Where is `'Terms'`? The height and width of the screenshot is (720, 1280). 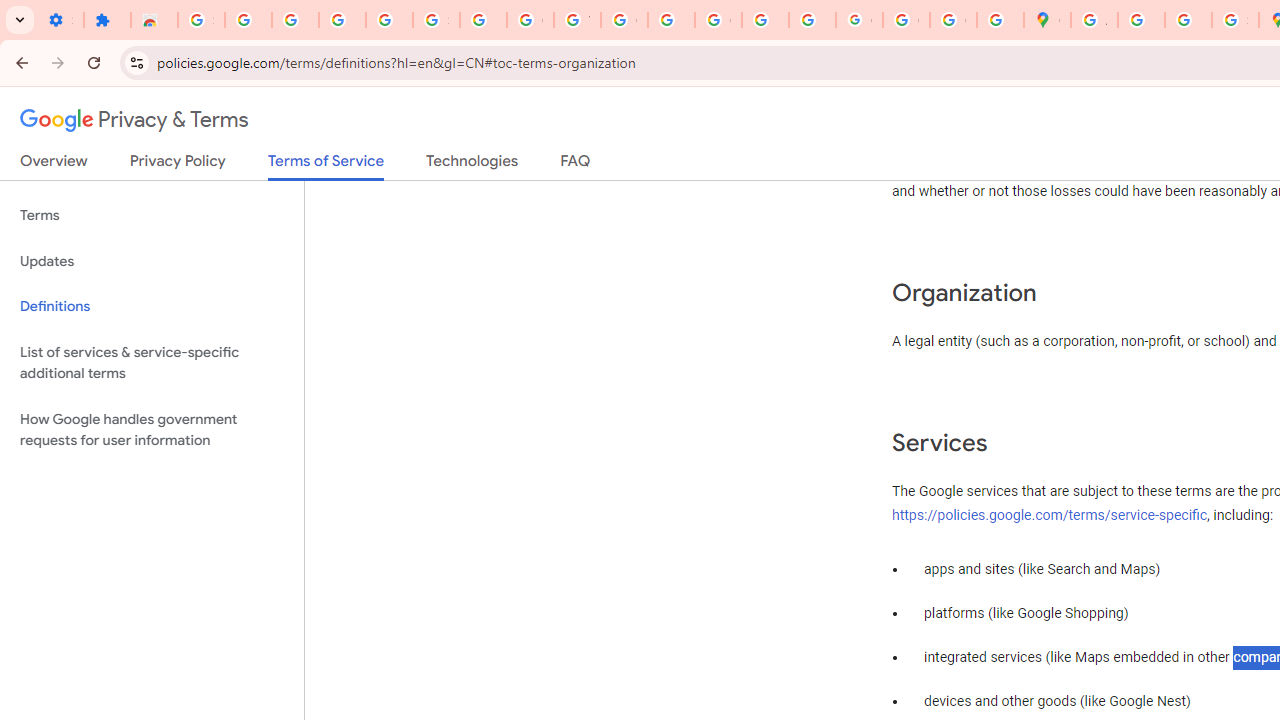
'Terms' is located at coordinates (151, 216).